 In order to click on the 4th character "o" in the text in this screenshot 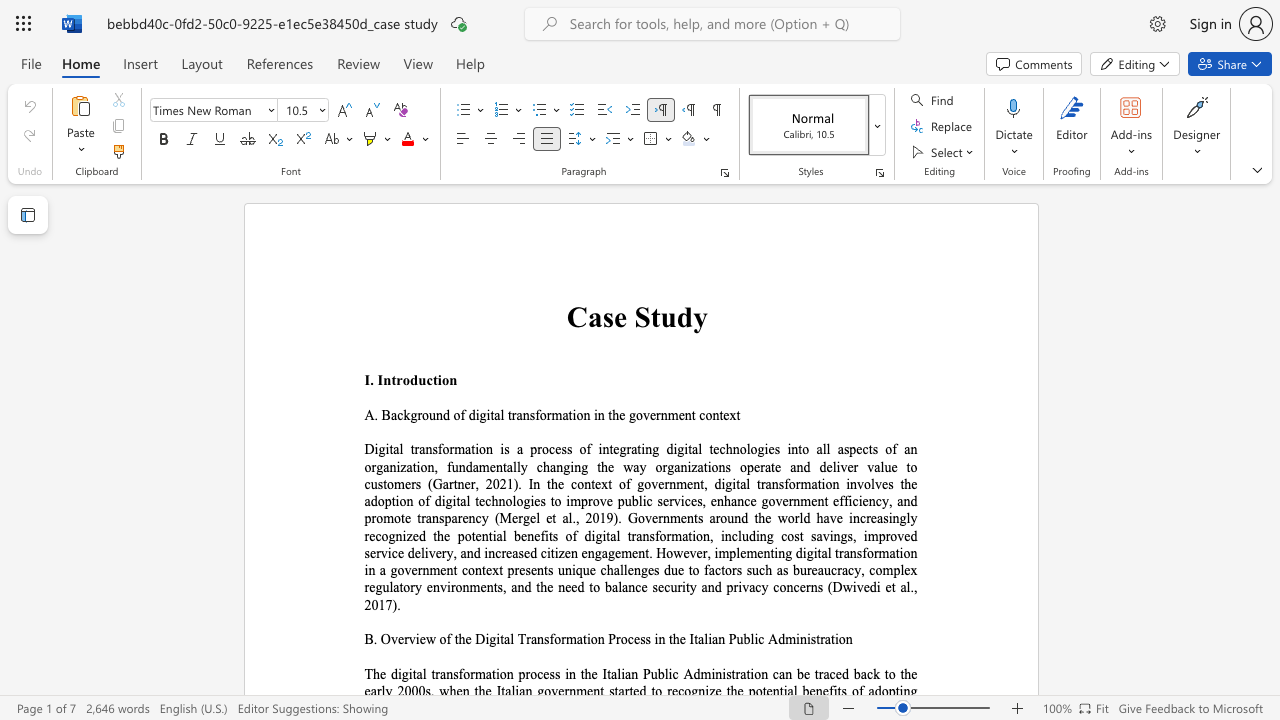, I will do `click(578, 414)`.